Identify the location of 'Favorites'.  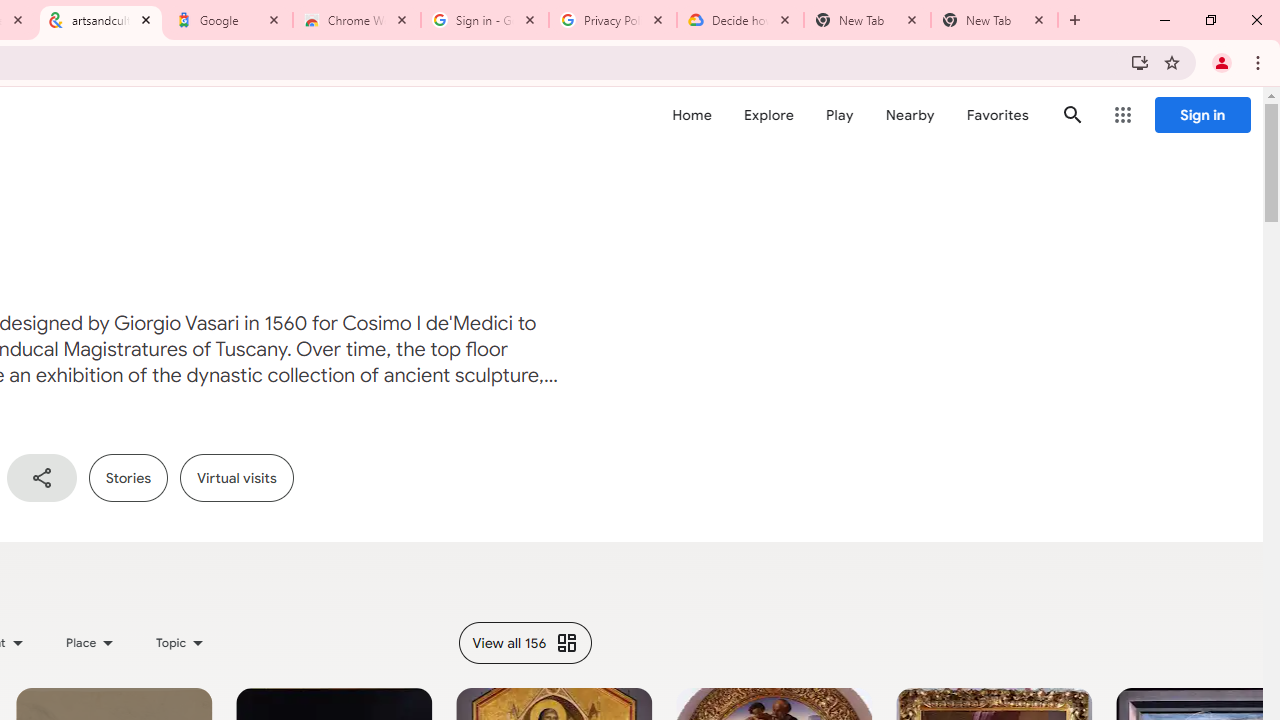
(997, 115).